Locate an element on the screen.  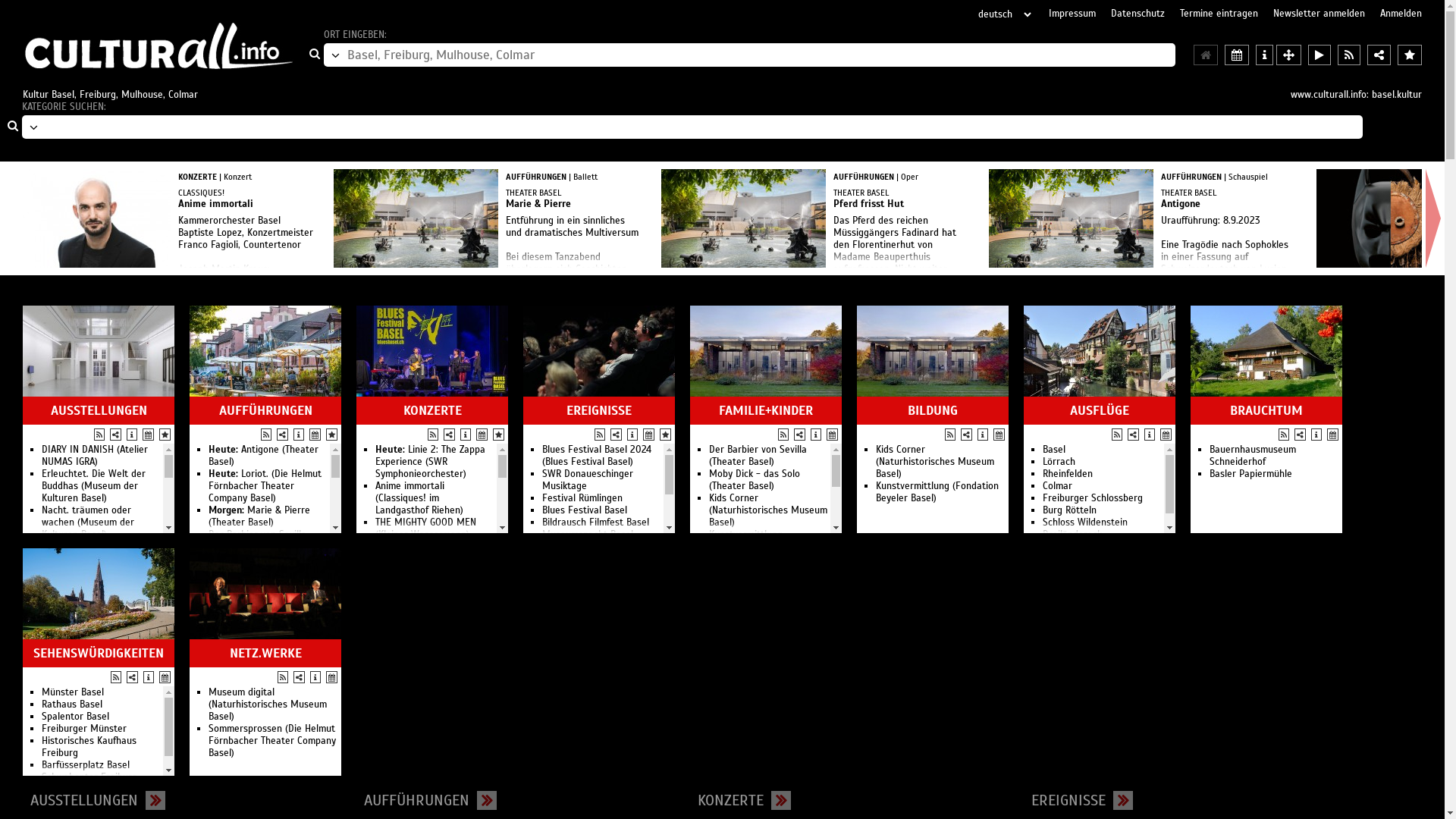
'Schloss Wildenstein' is located at coordinates (1084, 522).